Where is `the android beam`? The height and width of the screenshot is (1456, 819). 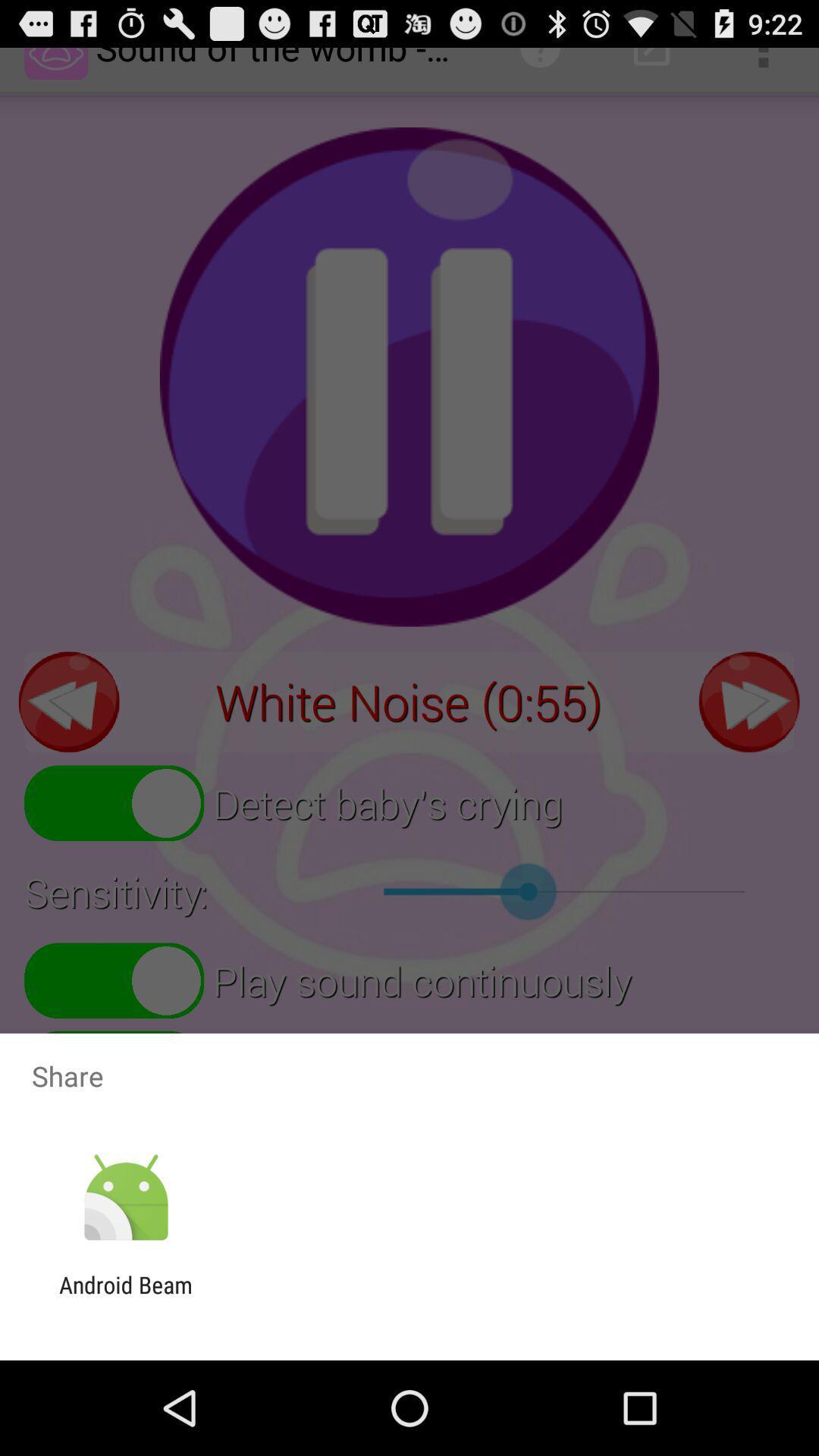
the android beam is located at coordinates (125, 1298).